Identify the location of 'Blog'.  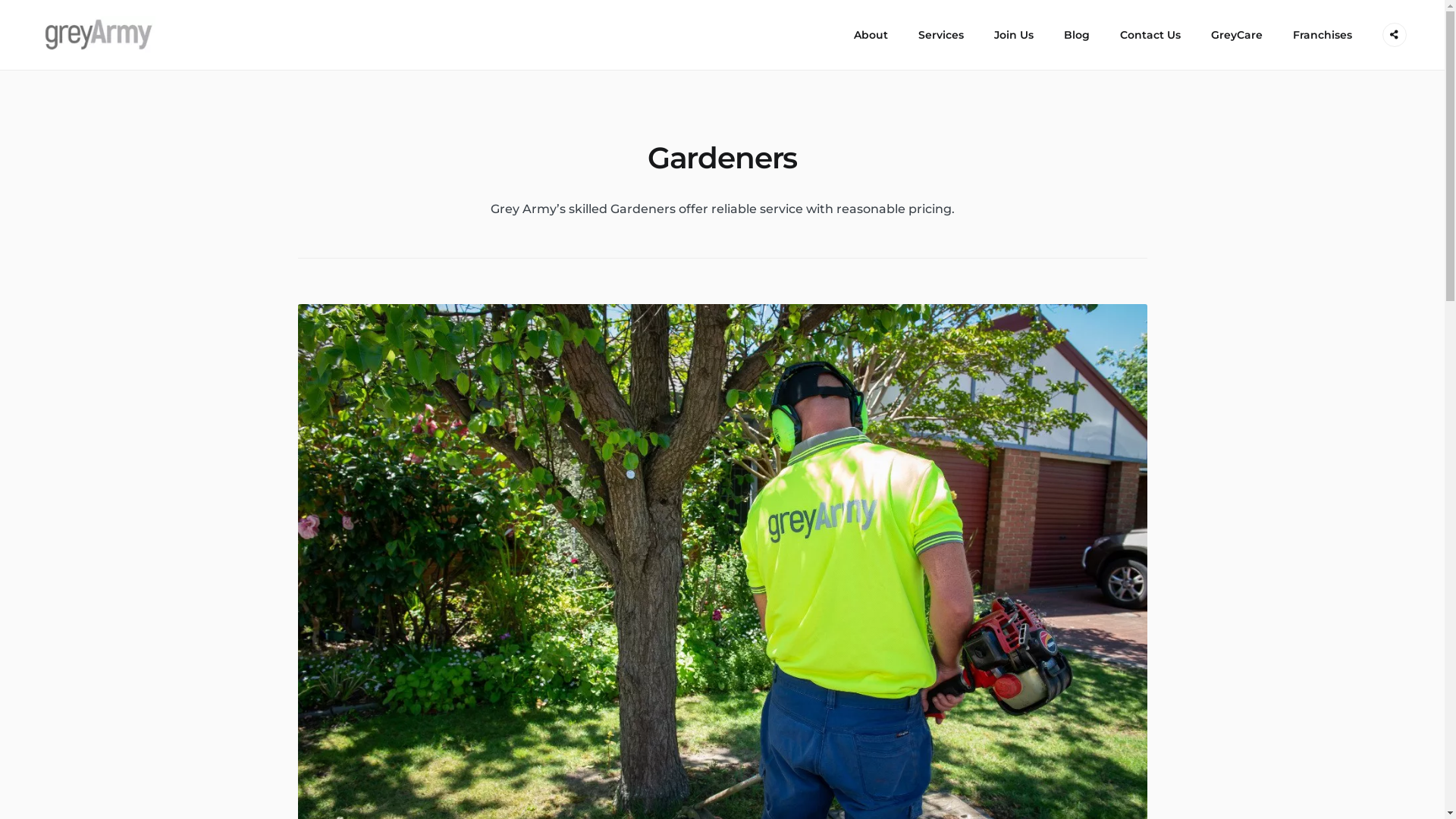
(1076, 34).